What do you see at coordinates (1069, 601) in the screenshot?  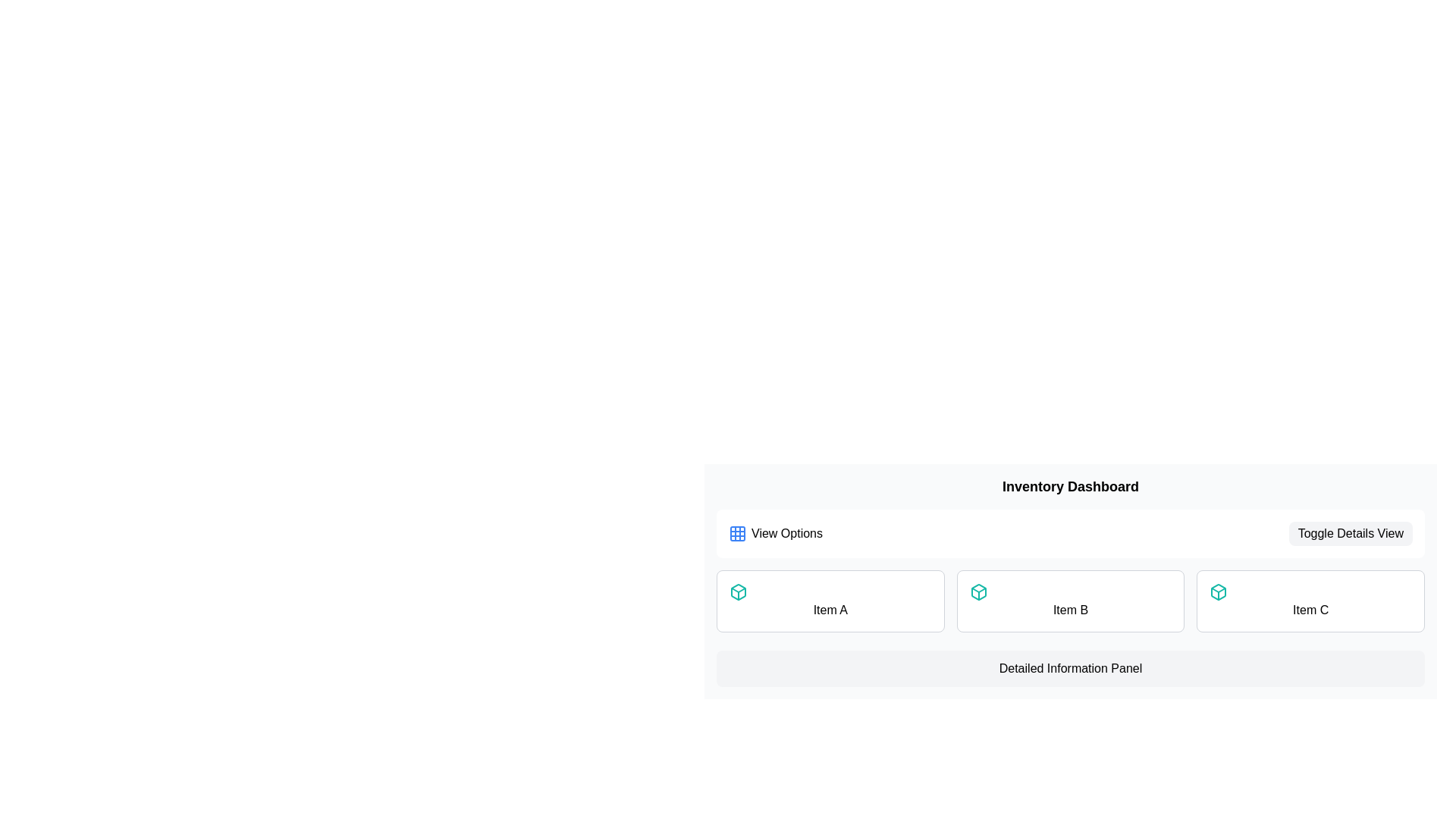 I see `'Item B' in the Group of labeled items with accompanying icons` at bounding box center [1069, 601].